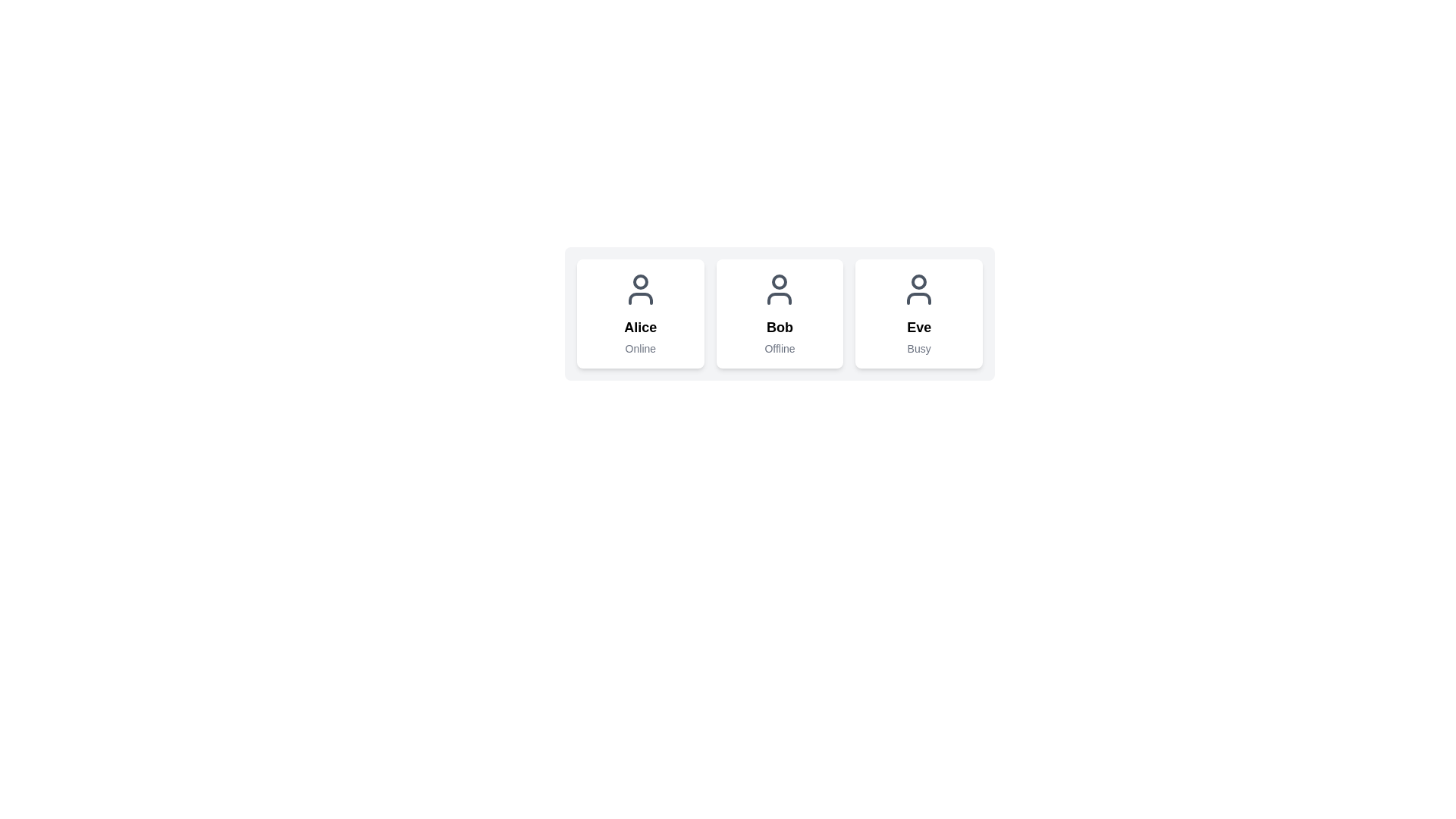 This screenshot has width=1456, height=819. Describe the element at coordinates (640, 289) in the screenshot. I see `the user profile icon located at the top center of the card labeled 'Alice' with the status 'Online'` at that location.